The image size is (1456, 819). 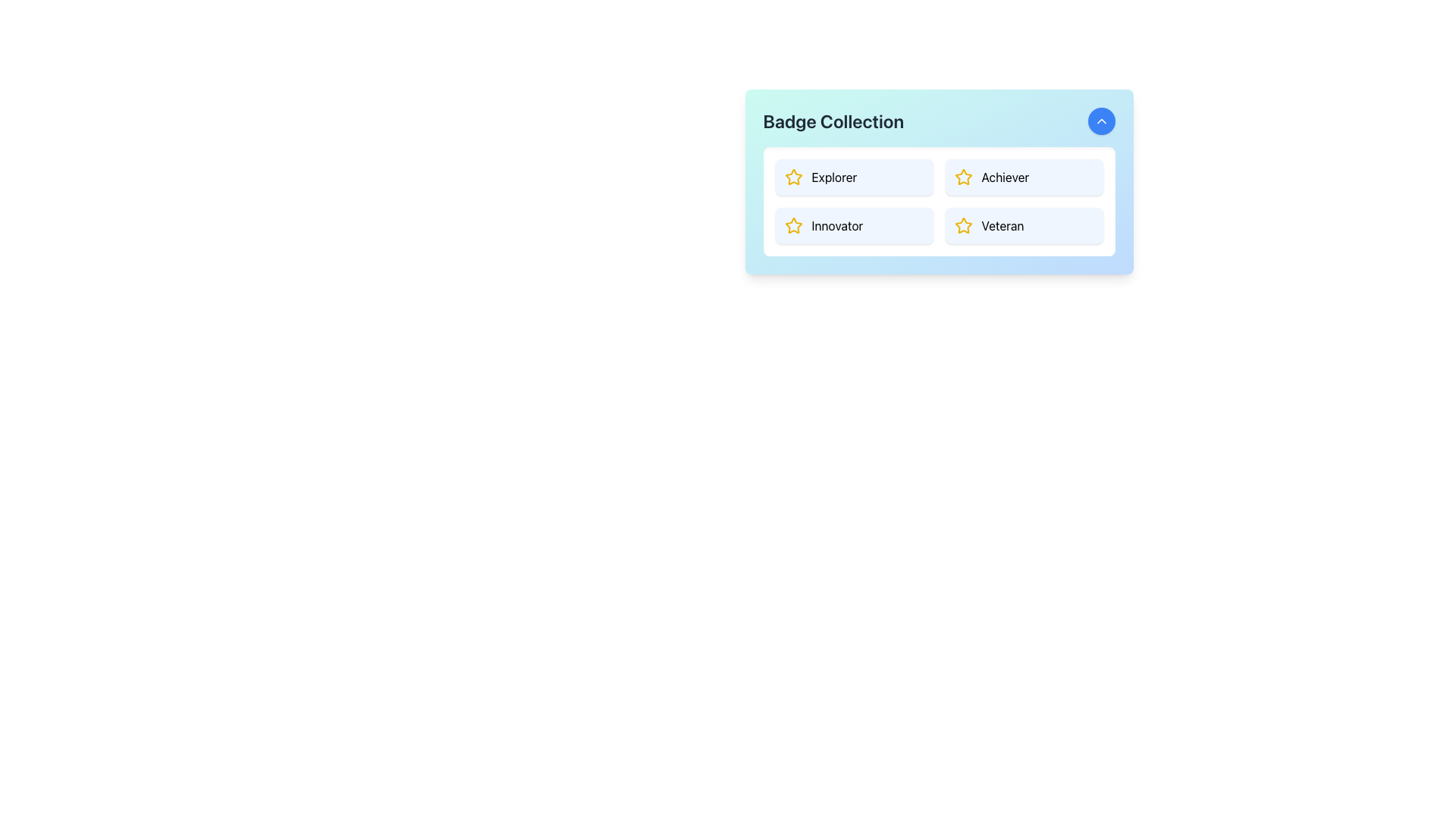 I want to click on the yellow outlined star icon located on the left side of the 'Veteran' button in the 'Badge Collection' section, so click(x=962, y=225).